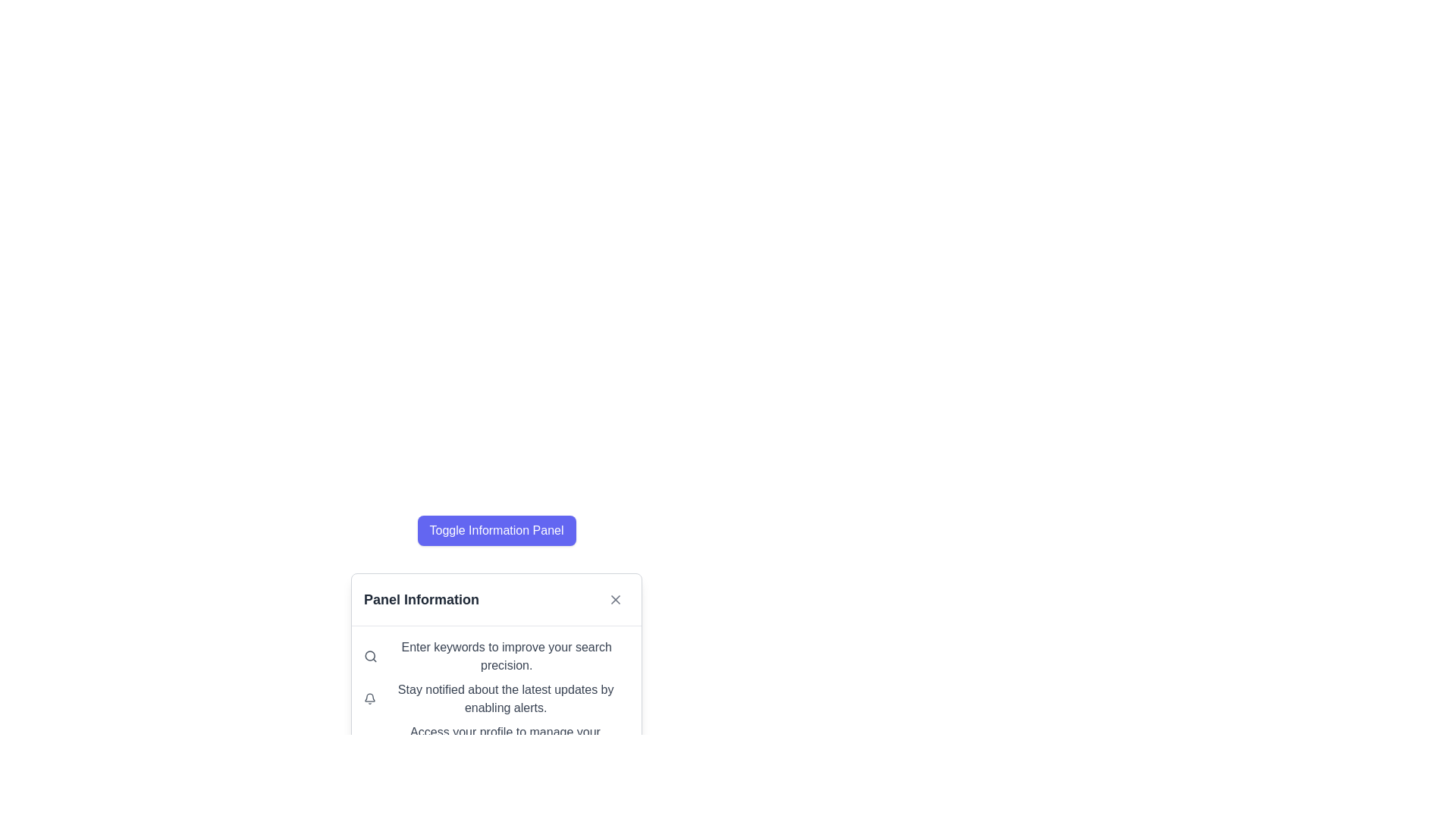 This screenshot has height=819, width=1456. What do you see at coordinates (371, 656) in the screenshot?
I see `the magnifying glass icon` at bounding box center [371, 656].